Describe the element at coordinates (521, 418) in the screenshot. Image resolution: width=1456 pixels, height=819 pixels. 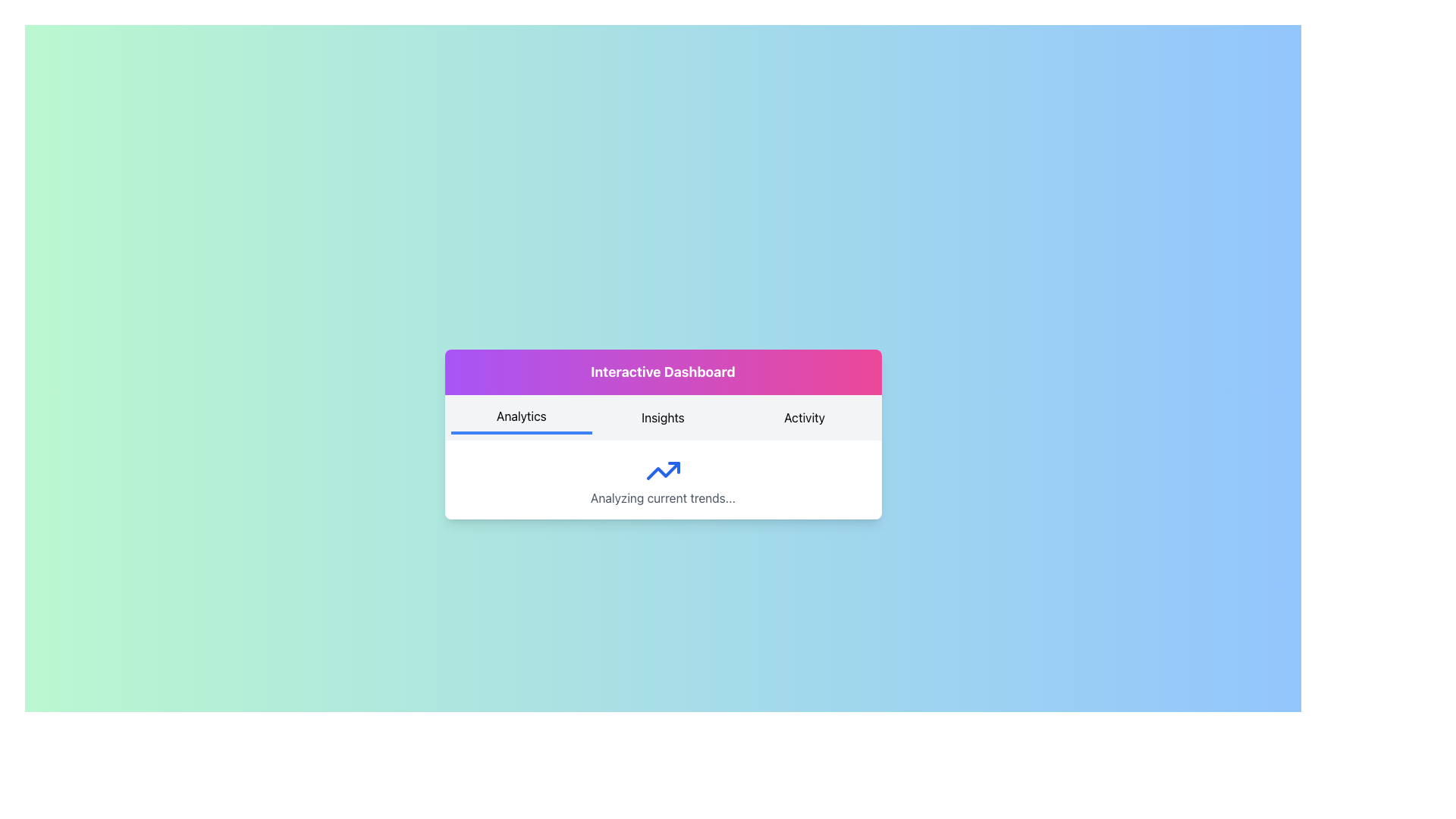
I see `the 'Analytics' tab in the navigation bar` at that location.